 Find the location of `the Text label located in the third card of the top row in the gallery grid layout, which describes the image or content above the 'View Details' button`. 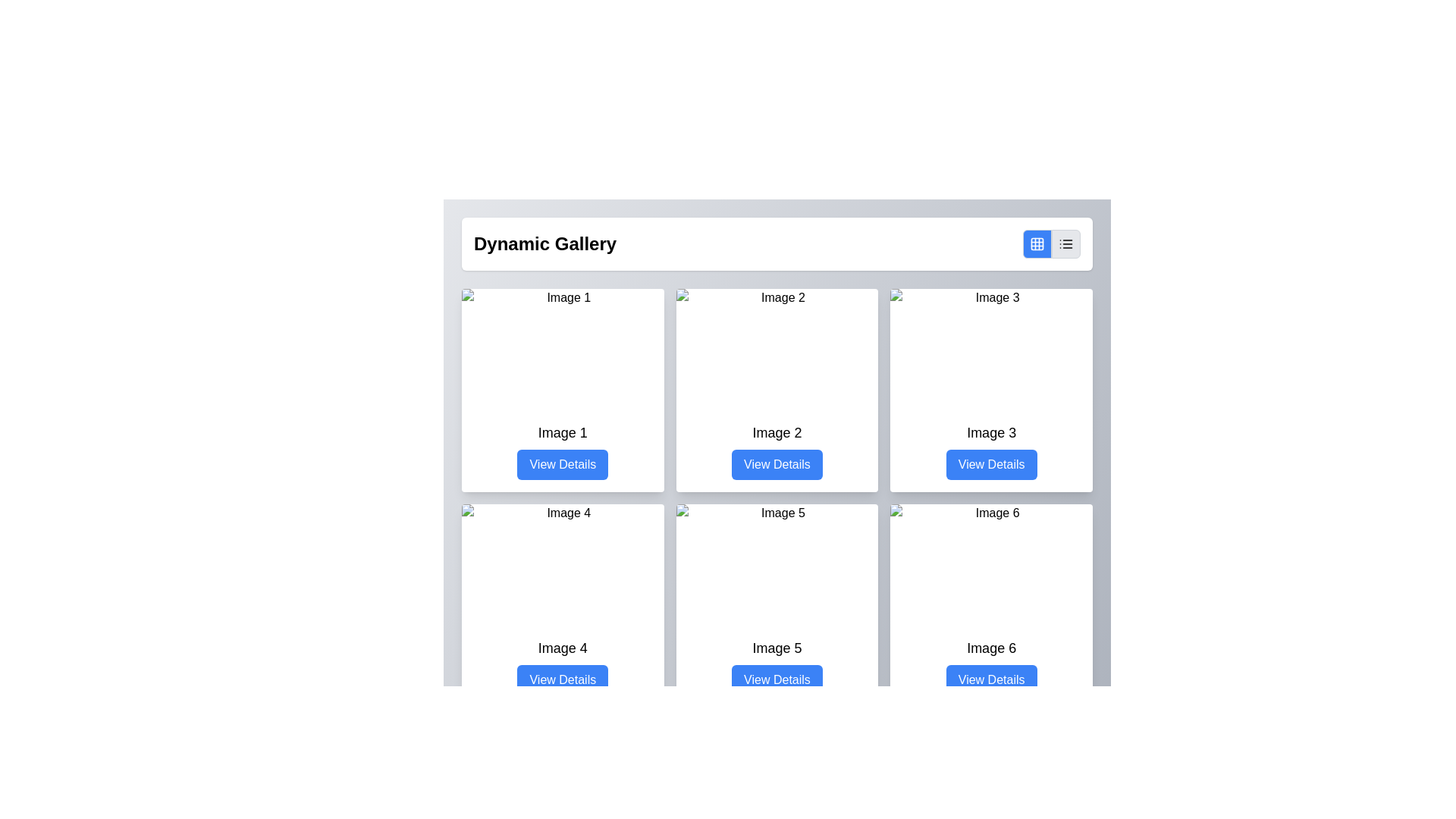

the Text label located in the third card of the top row in the gallery grid layout, which describes the image or content above the 'View Details' button is located at coordinates (991, 432).